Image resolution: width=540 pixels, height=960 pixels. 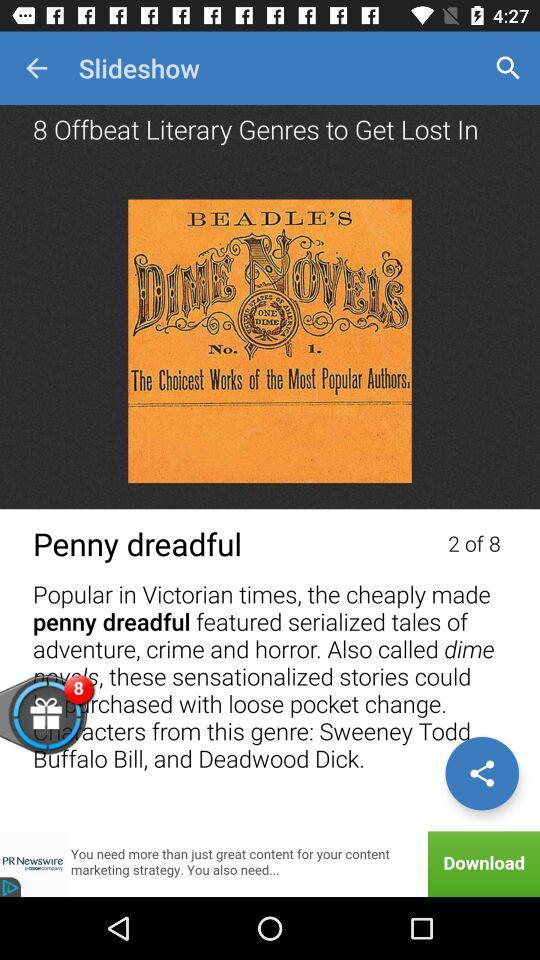 I want to click on open gifts, so click(x=77, y=725).